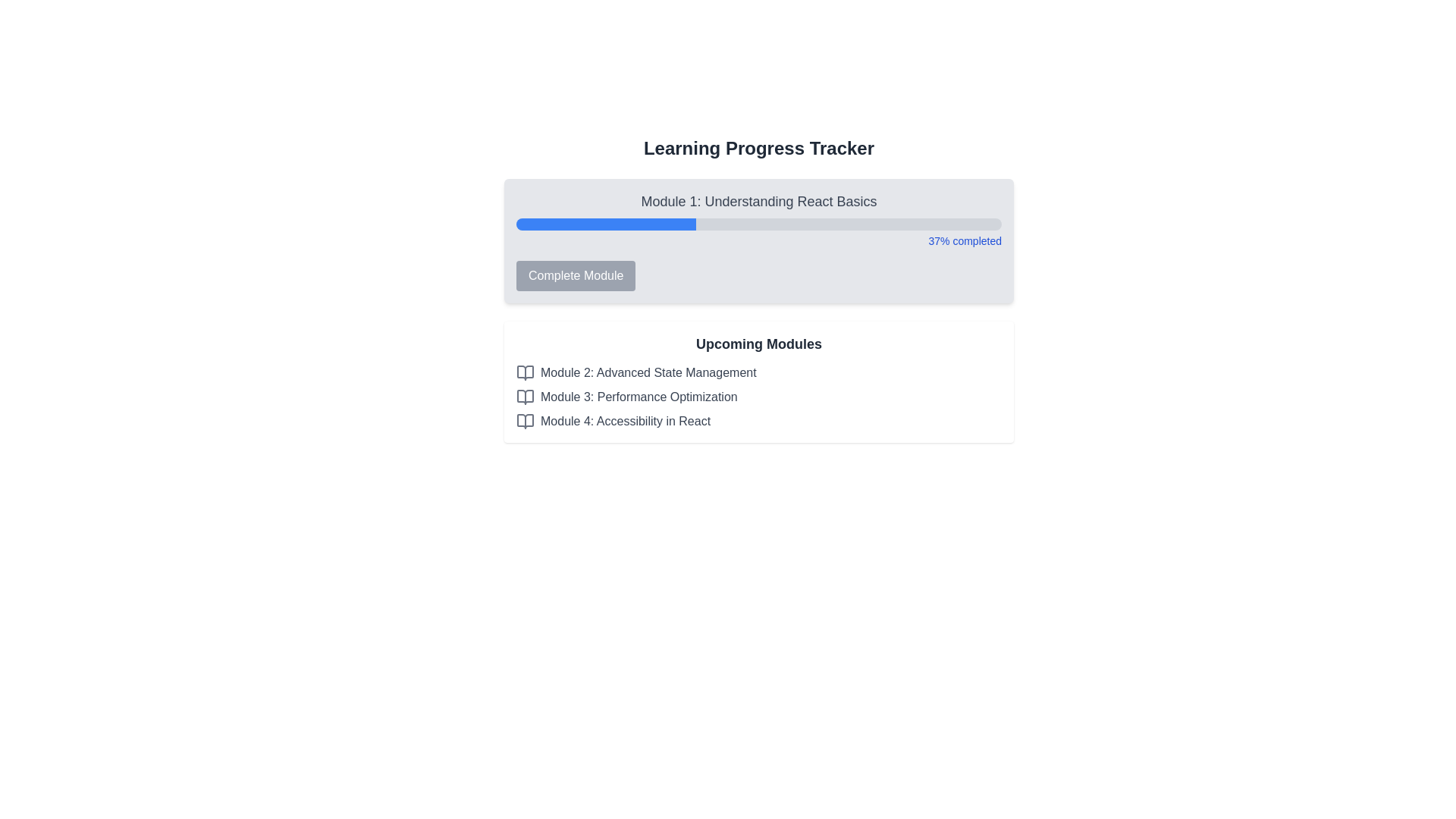 The image size is (1456, 819). What do you see at coordinates (759, 421) in the screenshot?
I see `the third list item component labeled 'Module 4: Accessibility in React'` at bounding box center [759, 421].